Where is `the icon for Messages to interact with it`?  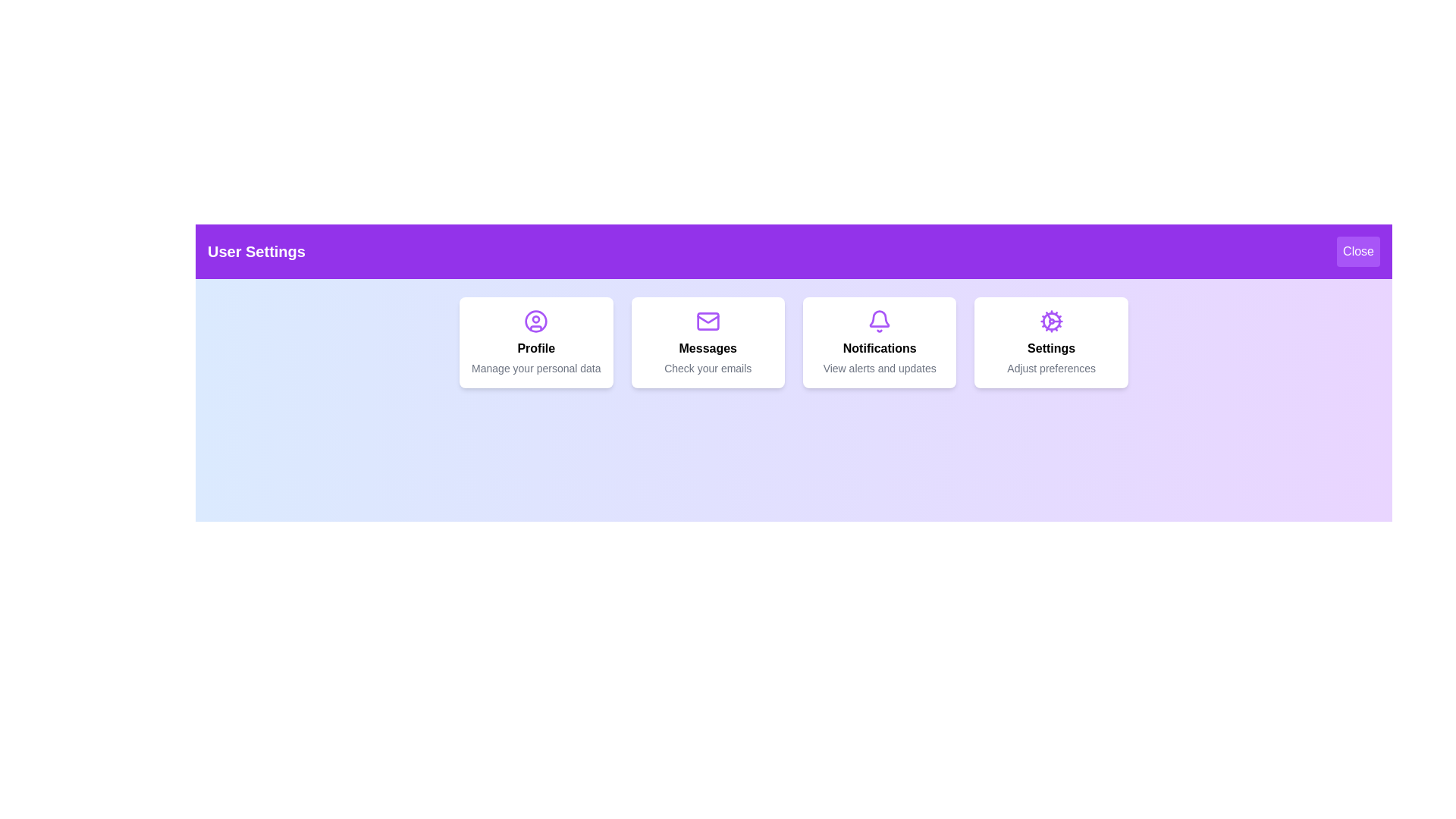
the icon for Messages to interact with it is located at coordinates (706, 321).